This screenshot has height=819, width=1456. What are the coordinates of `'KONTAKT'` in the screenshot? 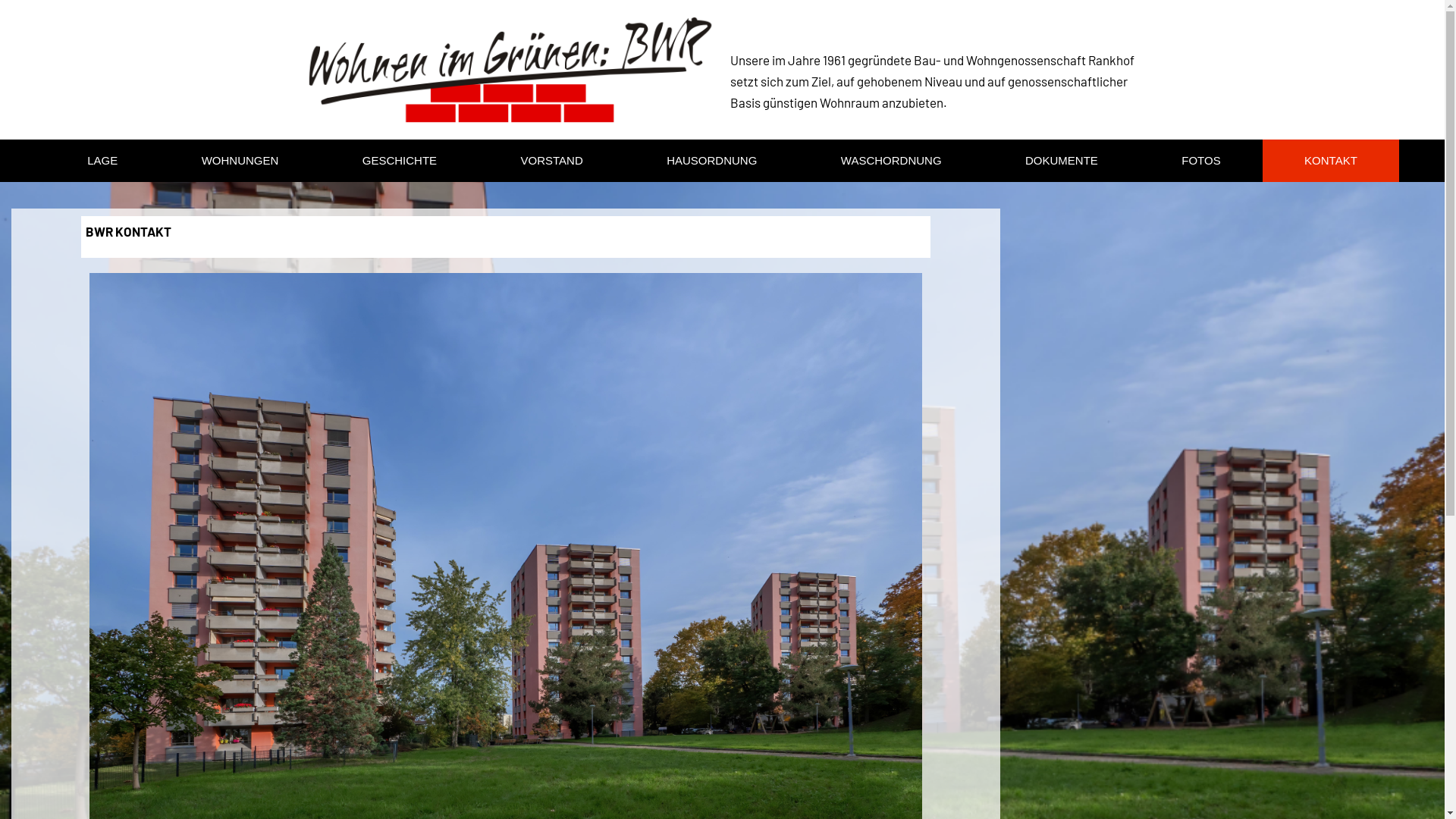 It's located at (1330, 161).